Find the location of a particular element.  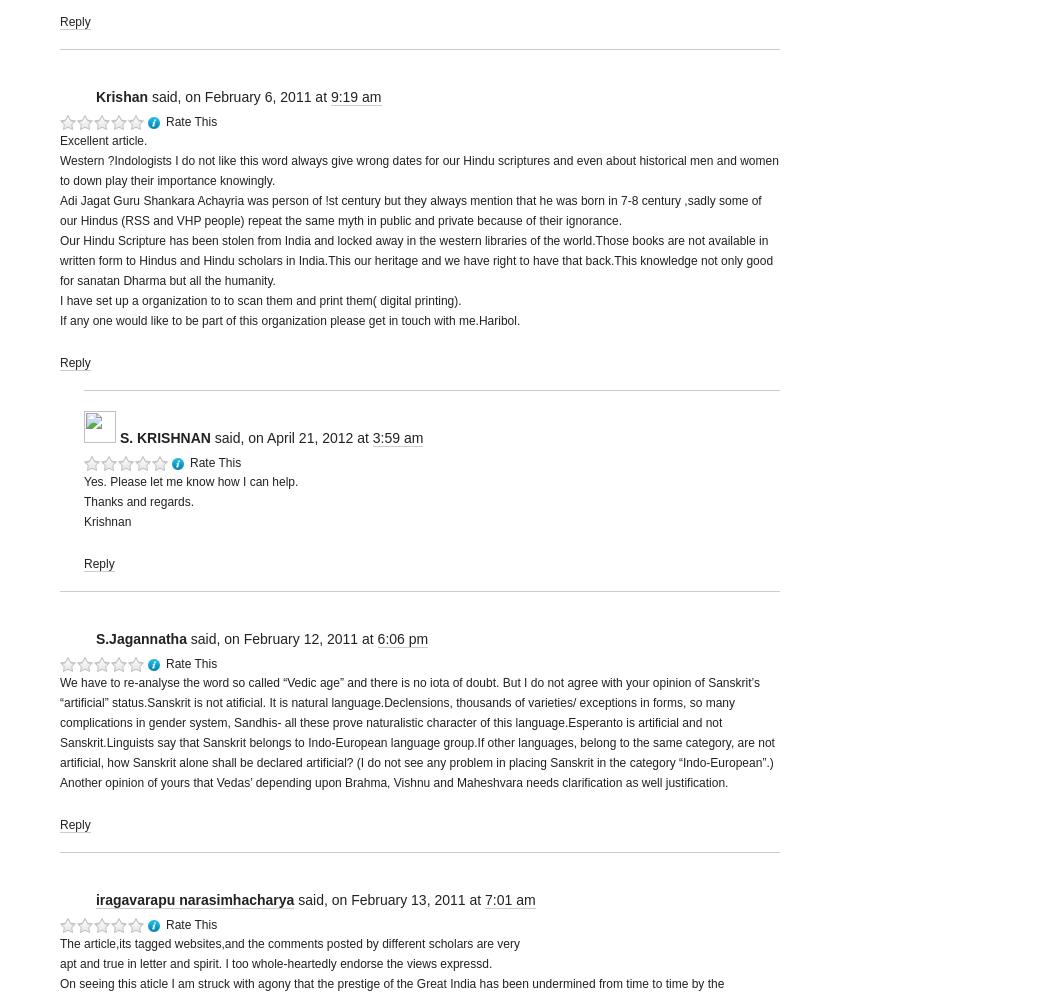

'We have to re-analyse the word so called “Vedic age” and there is no iota of doubt. But I do not agree with your opinion of Sanskrit’s “artificial” status.Sanskrit is  not atificial. It  is natural language.Declensions, thousands of varieties/ exceptions in forms, so many complications in gender system, Sandhis- all these prove naturalistic character of this language.Esperanto is  artificial and not Sanskrit.Linguists say that Sanskrit belongs to Indo-European language group.If other languages, belong to the same category, are not artificial, how Sanskrit alone shall be declared artificial? (I do not see any problem in   placing Sanskrit in the category “Indo-European”.) Another opinion of yours that Vedas’ depending upon Brahma, Vishnu and Maheshvara needs clarification as well justification.' is located at coordinates (415, 732).